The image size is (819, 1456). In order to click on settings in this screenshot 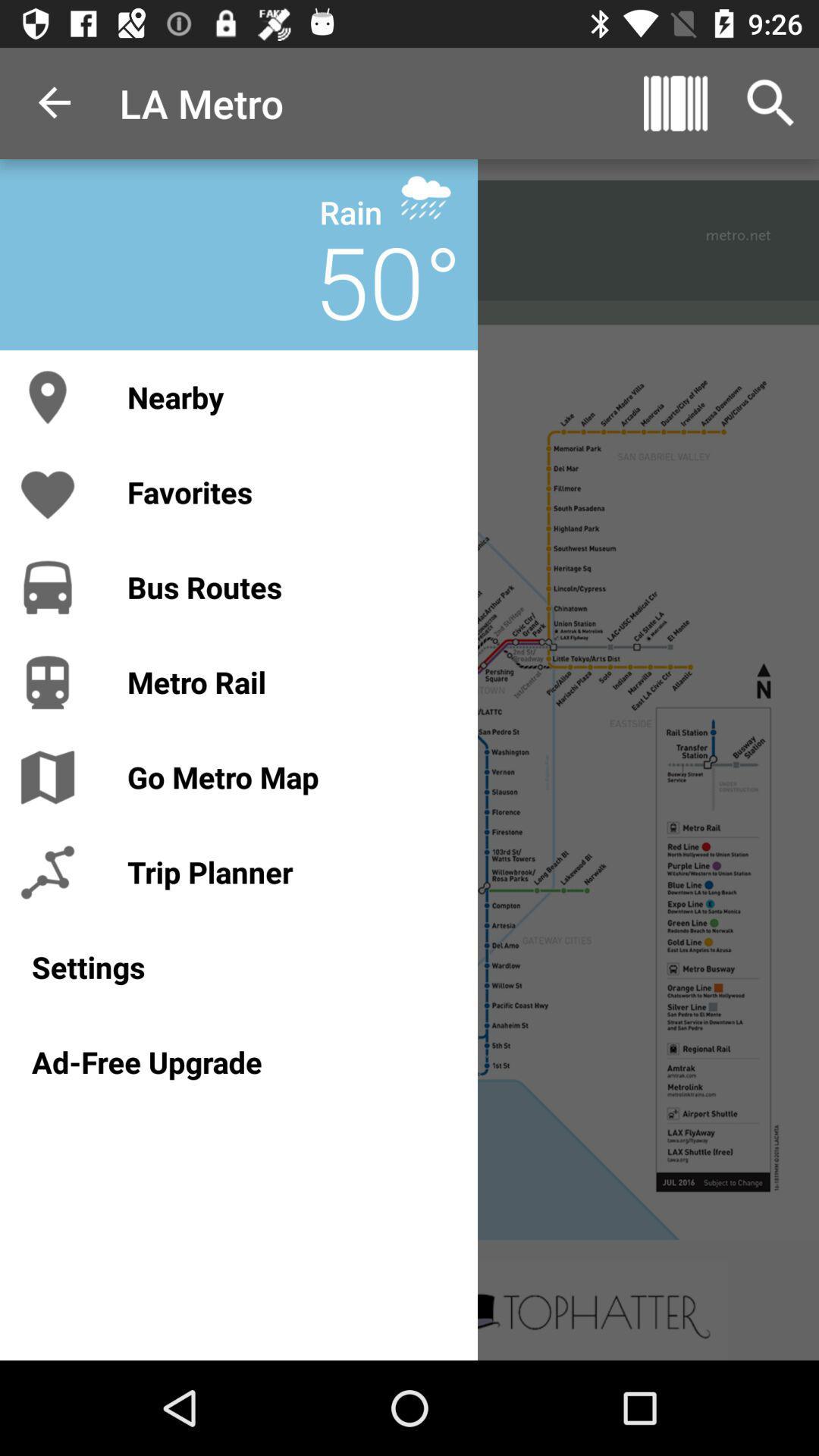, I will do `click(239, 966)`.